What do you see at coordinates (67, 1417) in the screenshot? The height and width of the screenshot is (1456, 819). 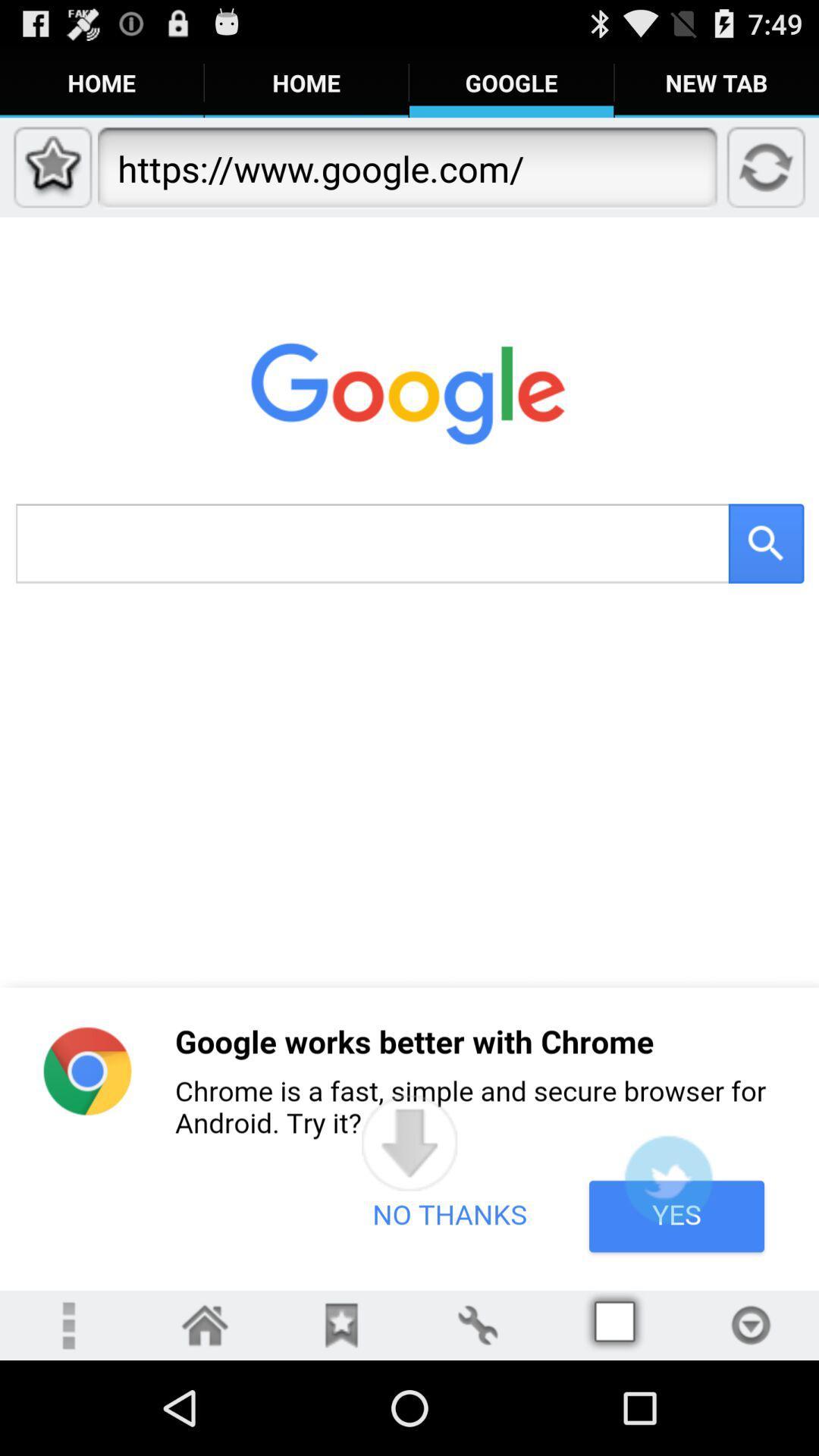 I see `the more icon` at bounding box center [67, 1417].